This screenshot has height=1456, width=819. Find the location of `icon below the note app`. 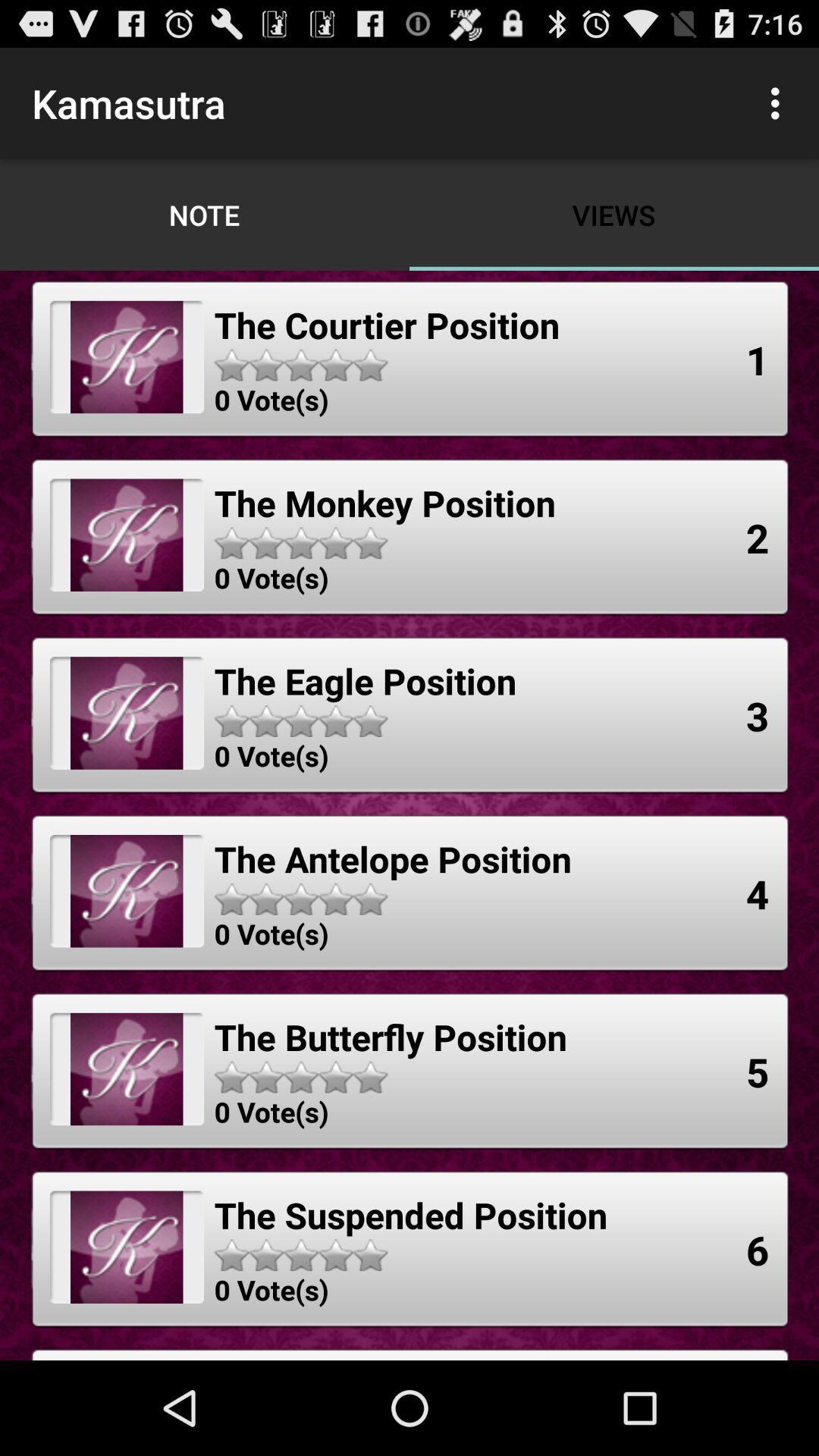

icon below the note app is located at coordinates (386, 324).